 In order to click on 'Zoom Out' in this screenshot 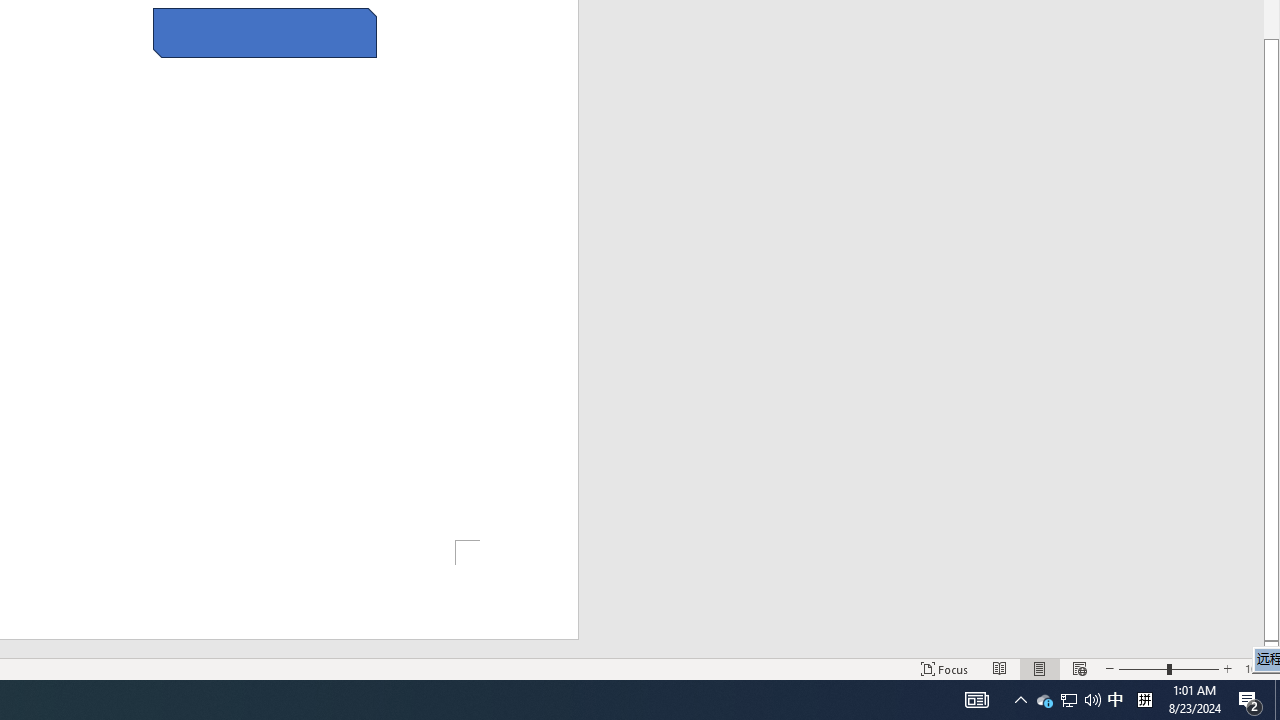, I will do `click(1143, 669)`.